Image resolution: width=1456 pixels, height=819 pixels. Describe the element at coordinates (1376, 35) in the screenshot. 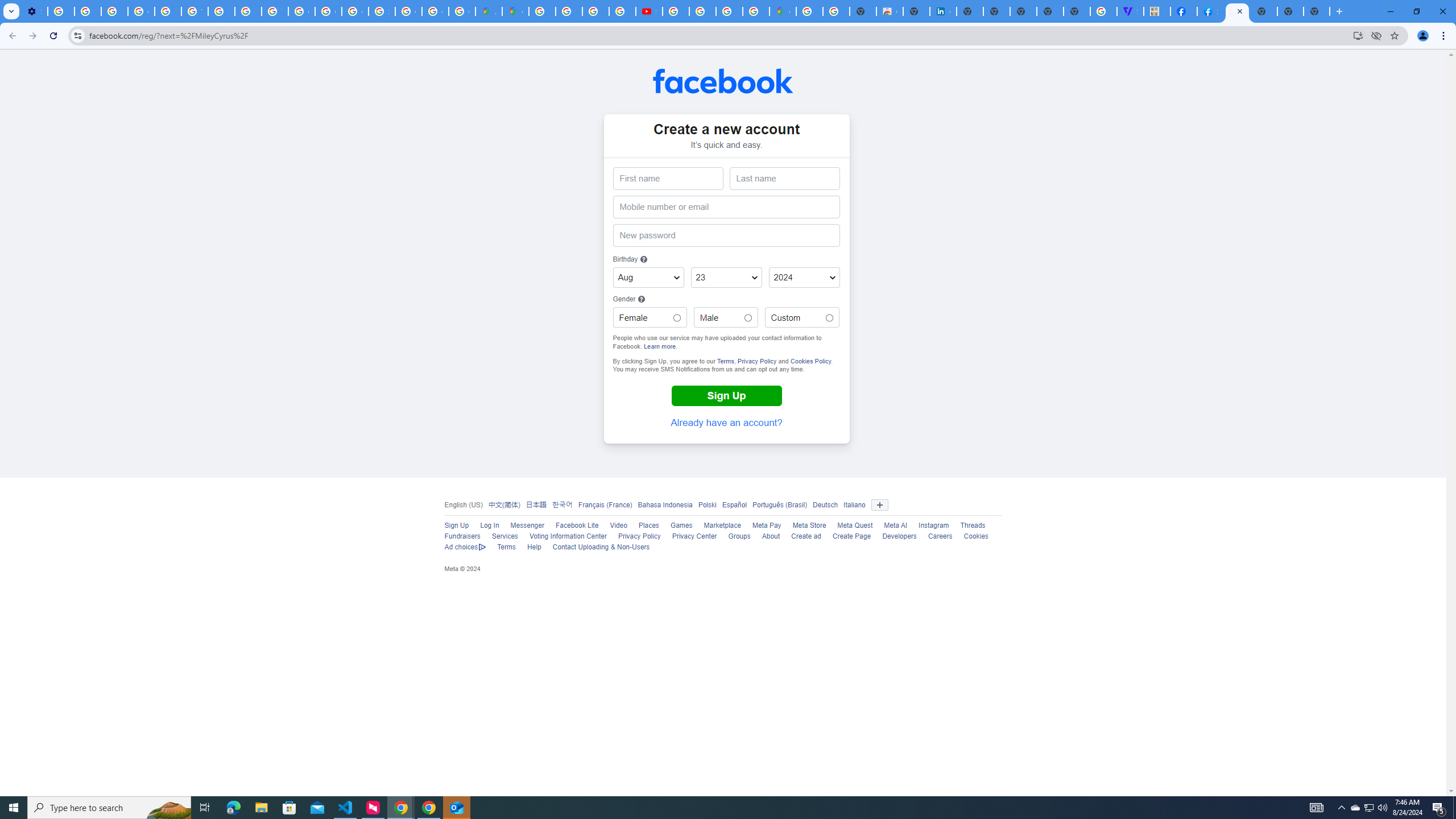

I see `'Third-party cookies blocked'` at that location.